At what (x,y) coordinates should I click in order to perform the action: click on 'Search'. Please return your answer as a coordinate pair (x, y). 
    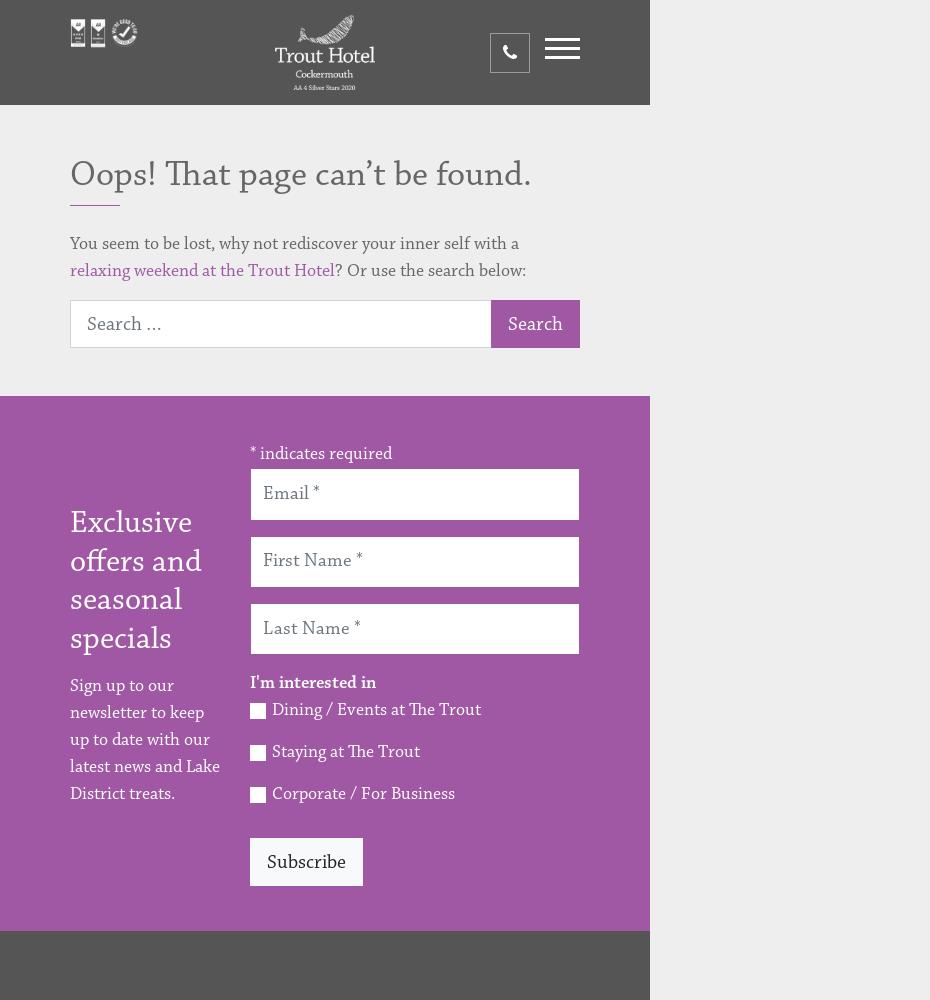
    Looking at the image, I should click on (534, 323).